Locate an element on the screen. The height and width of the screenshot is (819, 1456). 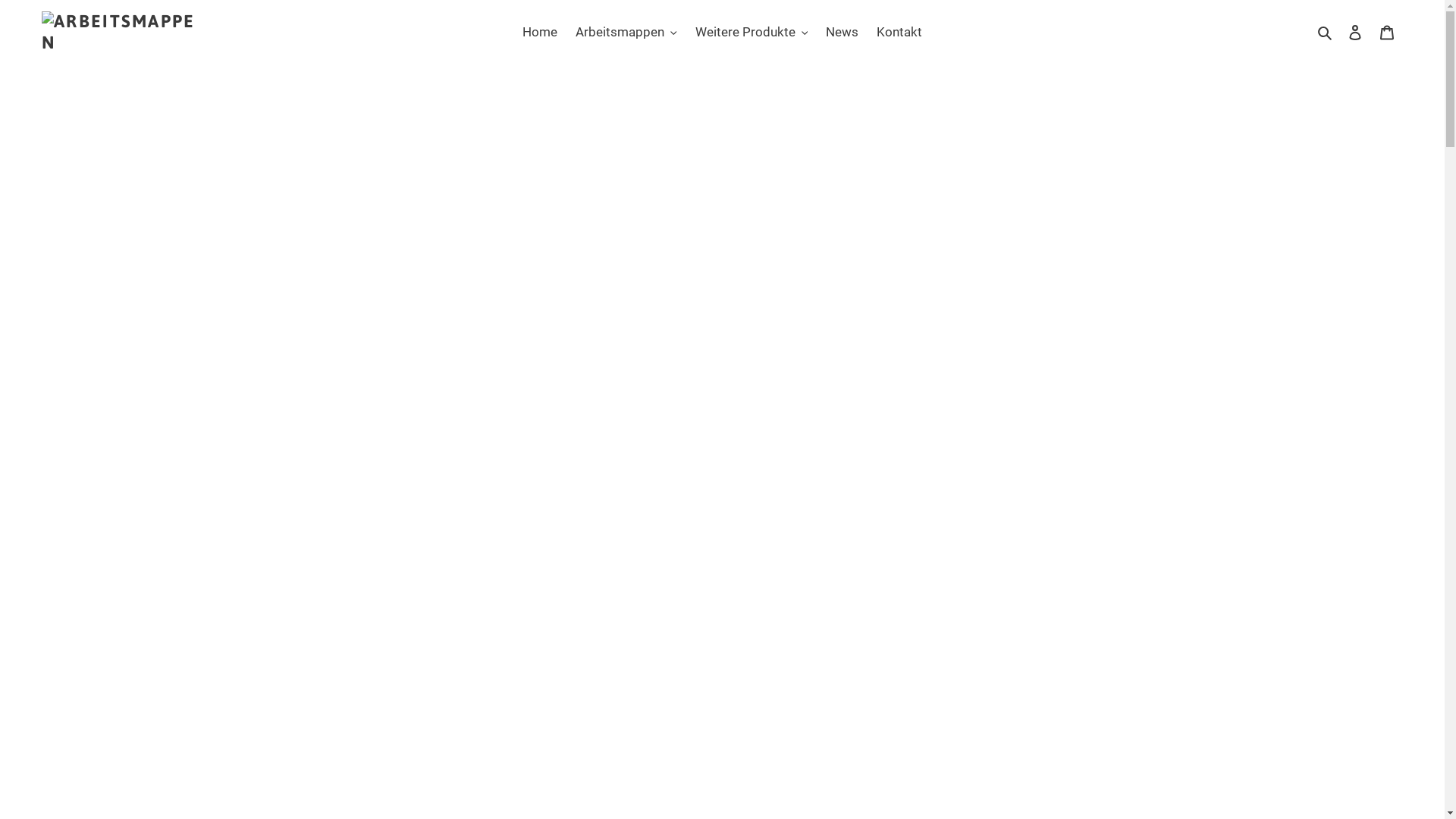
'Home' is located at coordinates (539, 32).